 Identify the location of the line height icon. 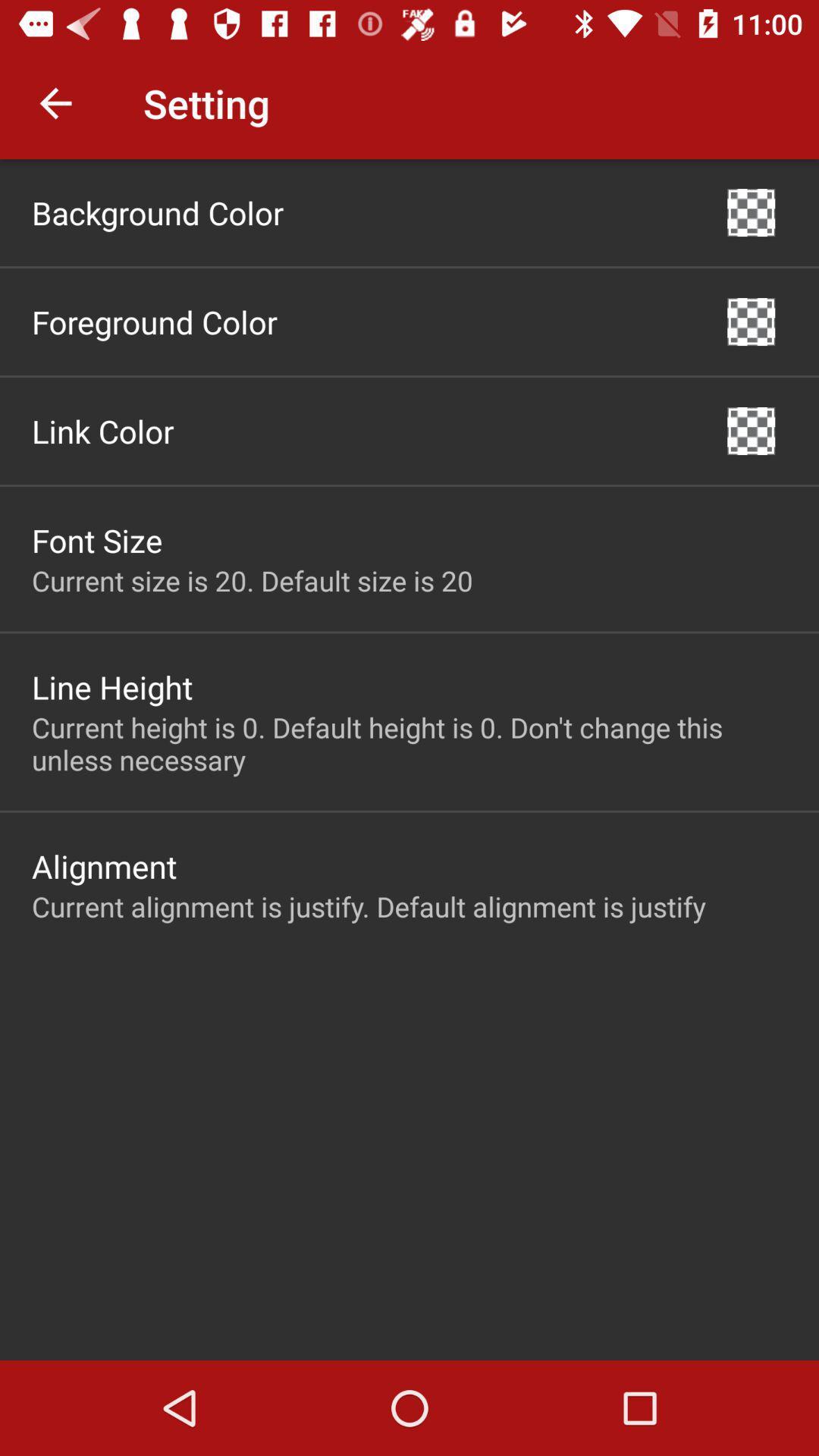
(111, 686).